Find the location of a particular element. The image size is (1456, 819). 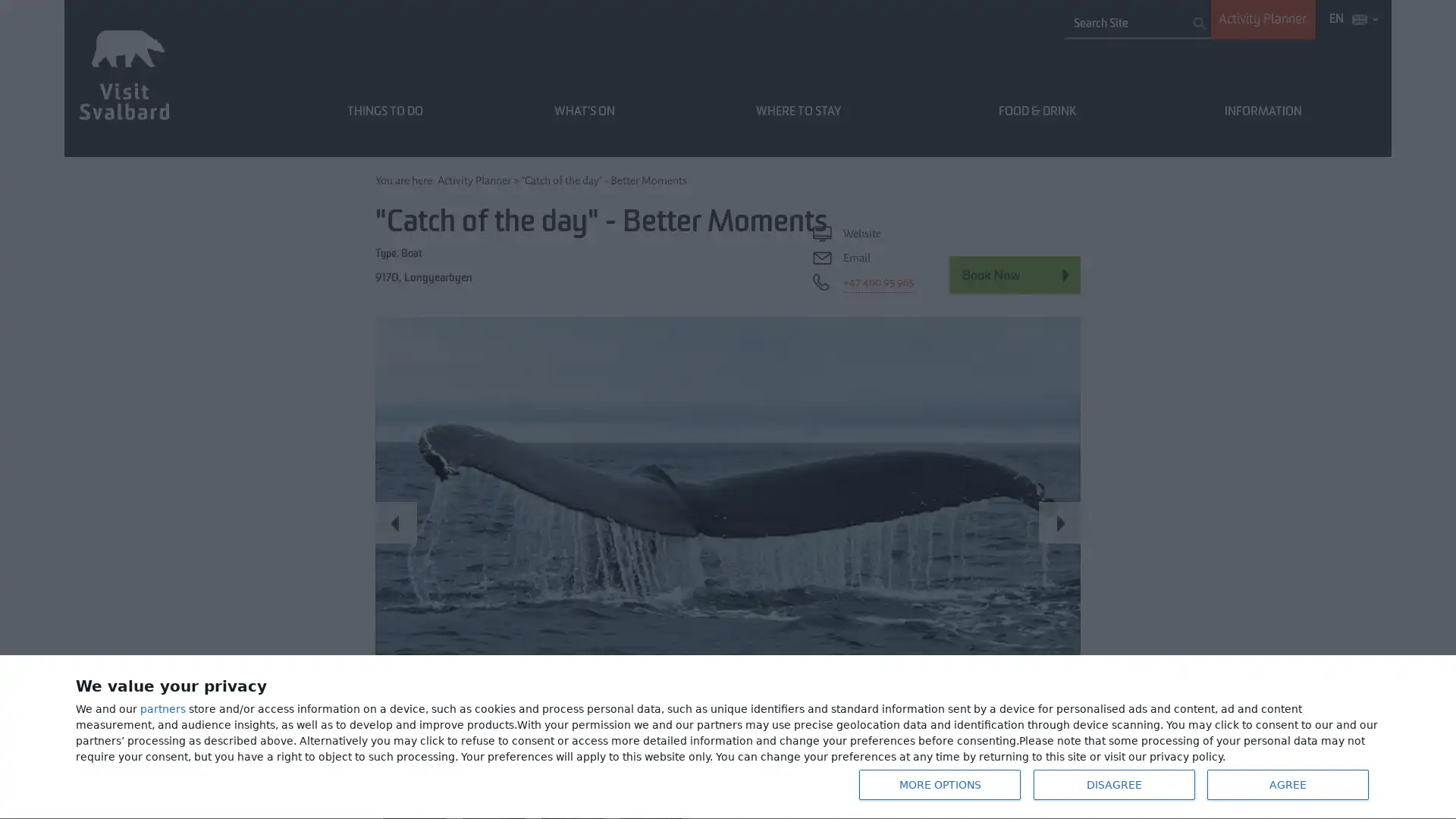

submit is located at coordinates (1199, 23).